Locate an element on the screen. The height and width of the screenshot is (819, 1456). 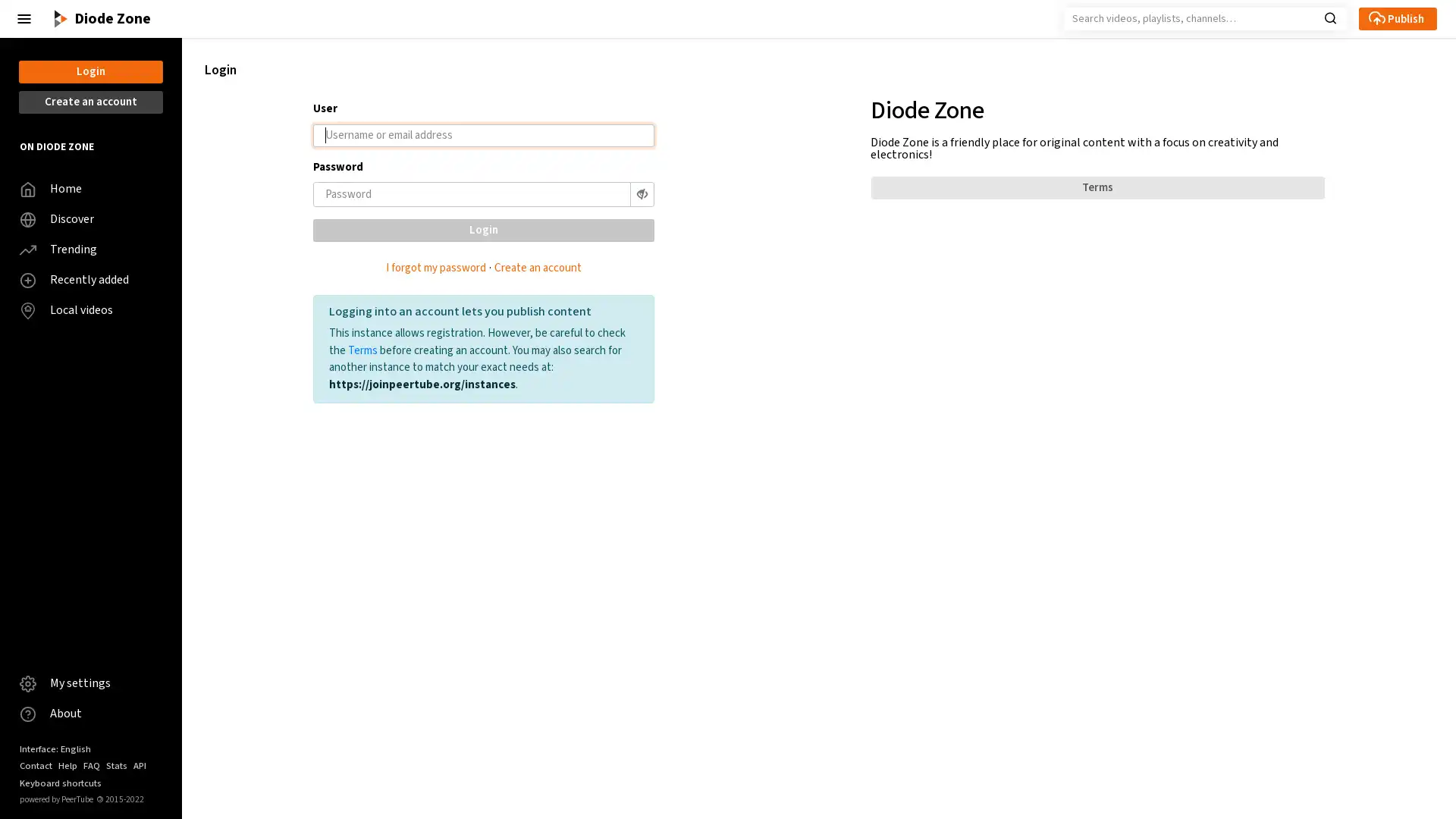
Terms is located at coordinates (1097, 187).